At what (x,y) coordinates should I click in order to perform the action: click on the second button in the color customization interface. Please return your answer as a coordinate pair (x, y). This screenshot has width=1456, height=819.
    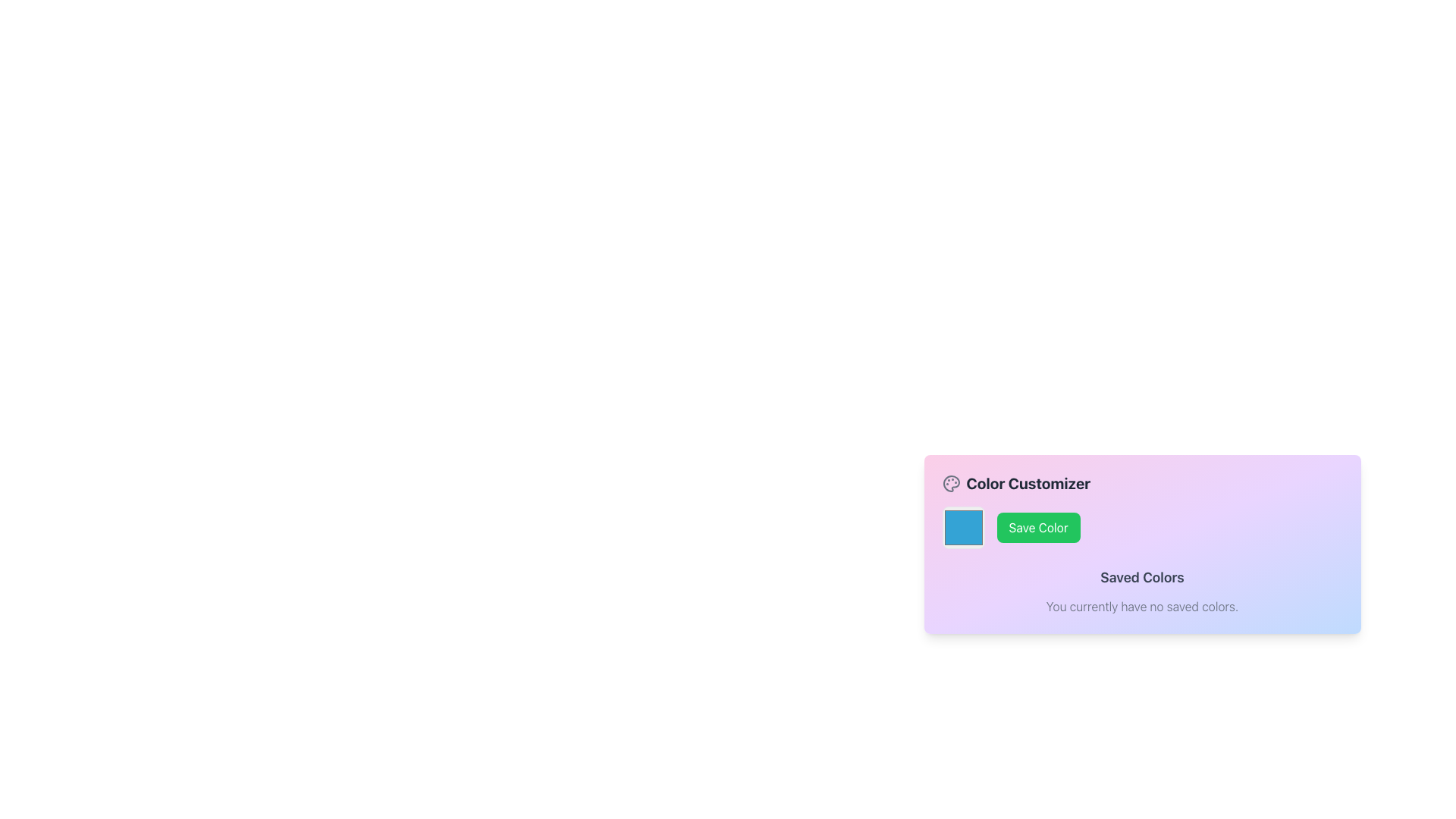
    Looking at the image, I should click on (1037, 526).